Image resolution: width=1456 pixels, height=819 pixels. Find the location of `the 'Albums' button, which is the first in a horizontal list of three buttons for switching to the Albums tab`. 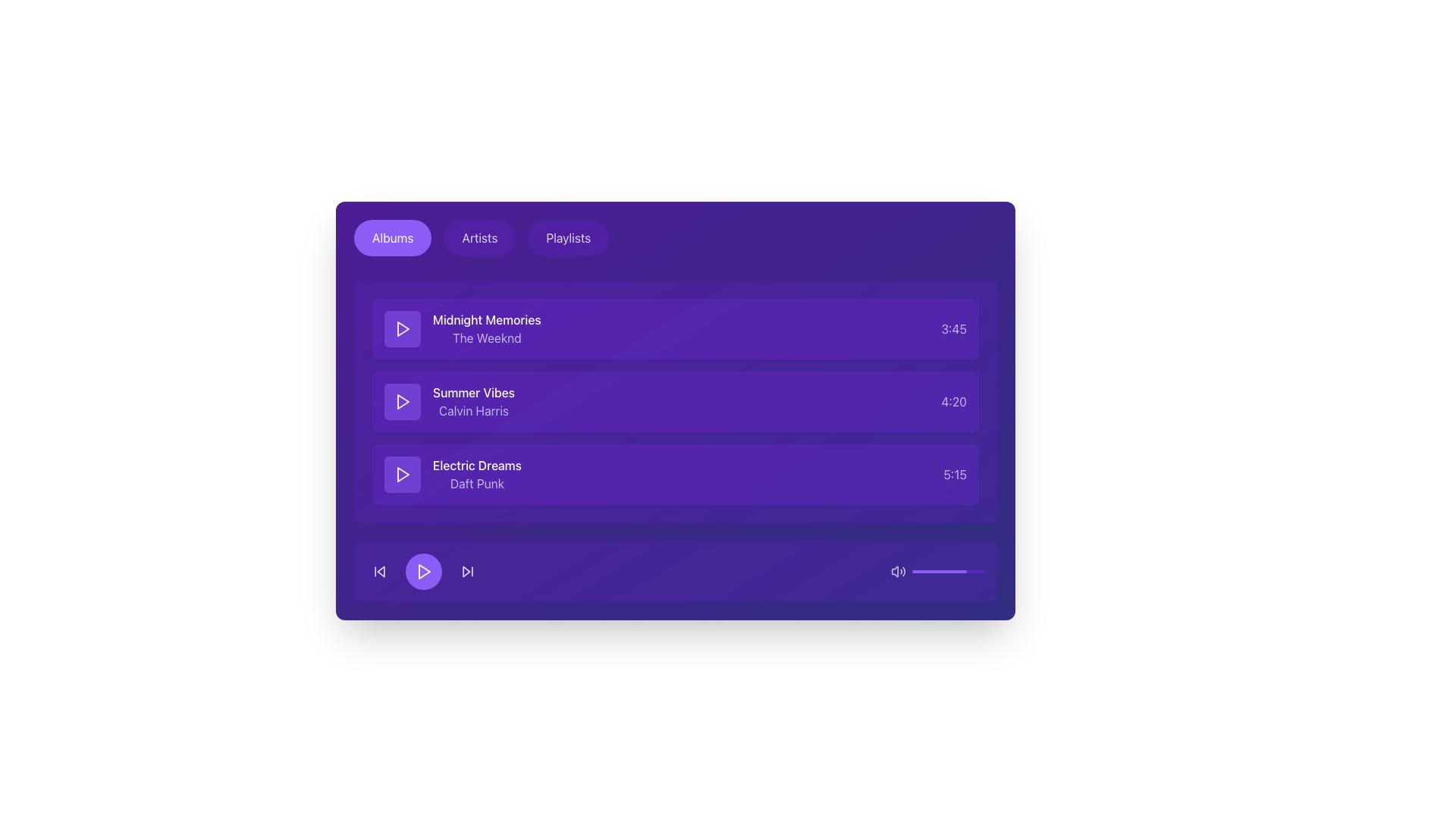

the 'Albums' button, which is the first in a horizontal list of three buttons for switching to the Albums tab is located at coordinates (393, 237).